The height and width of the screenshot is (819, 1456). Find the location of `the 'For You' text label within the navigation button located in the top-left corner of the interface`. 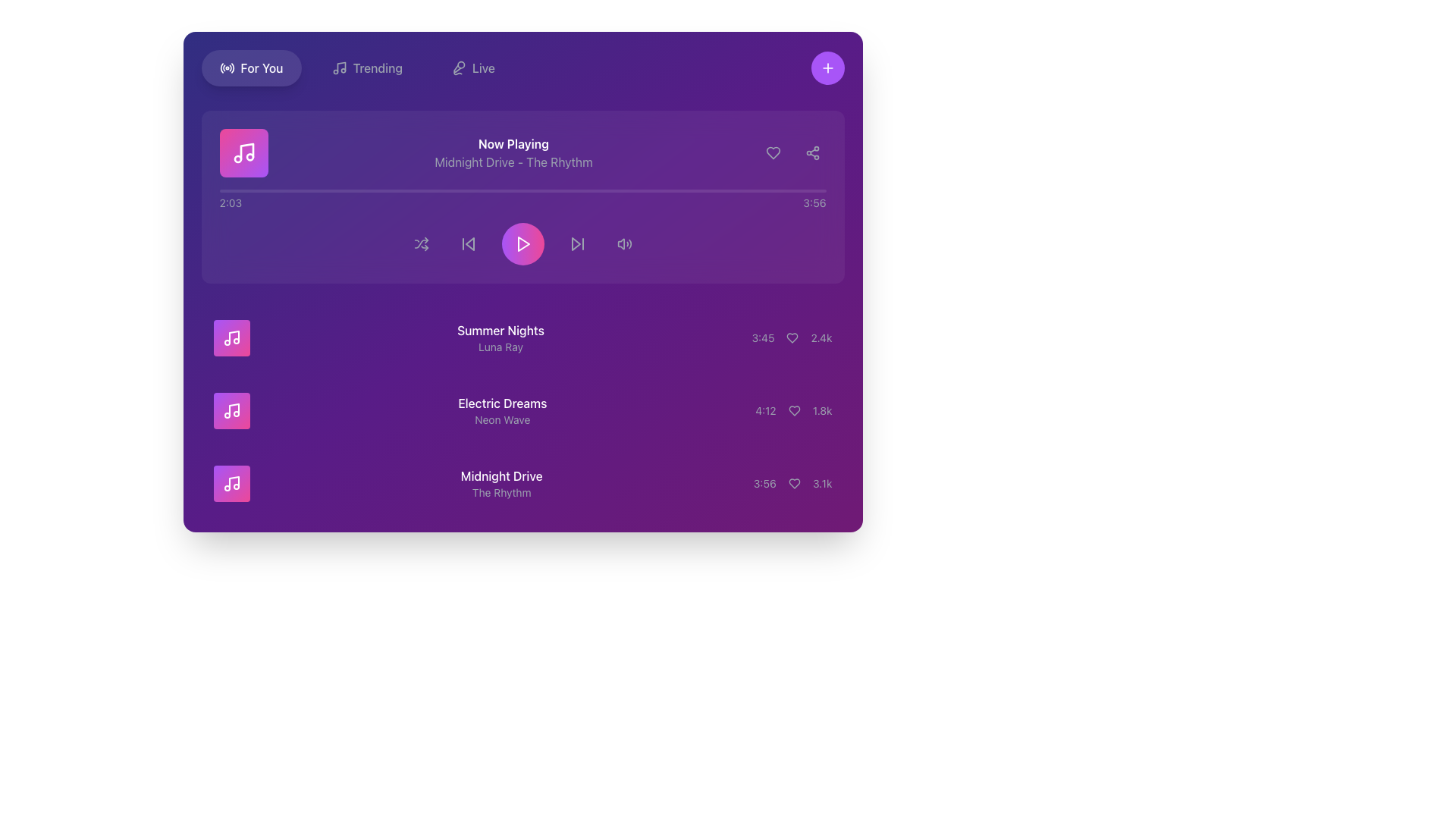

the 'For You' text label within the navigation button located in the top-left corner of the interface is located at coordinates (262, 67).